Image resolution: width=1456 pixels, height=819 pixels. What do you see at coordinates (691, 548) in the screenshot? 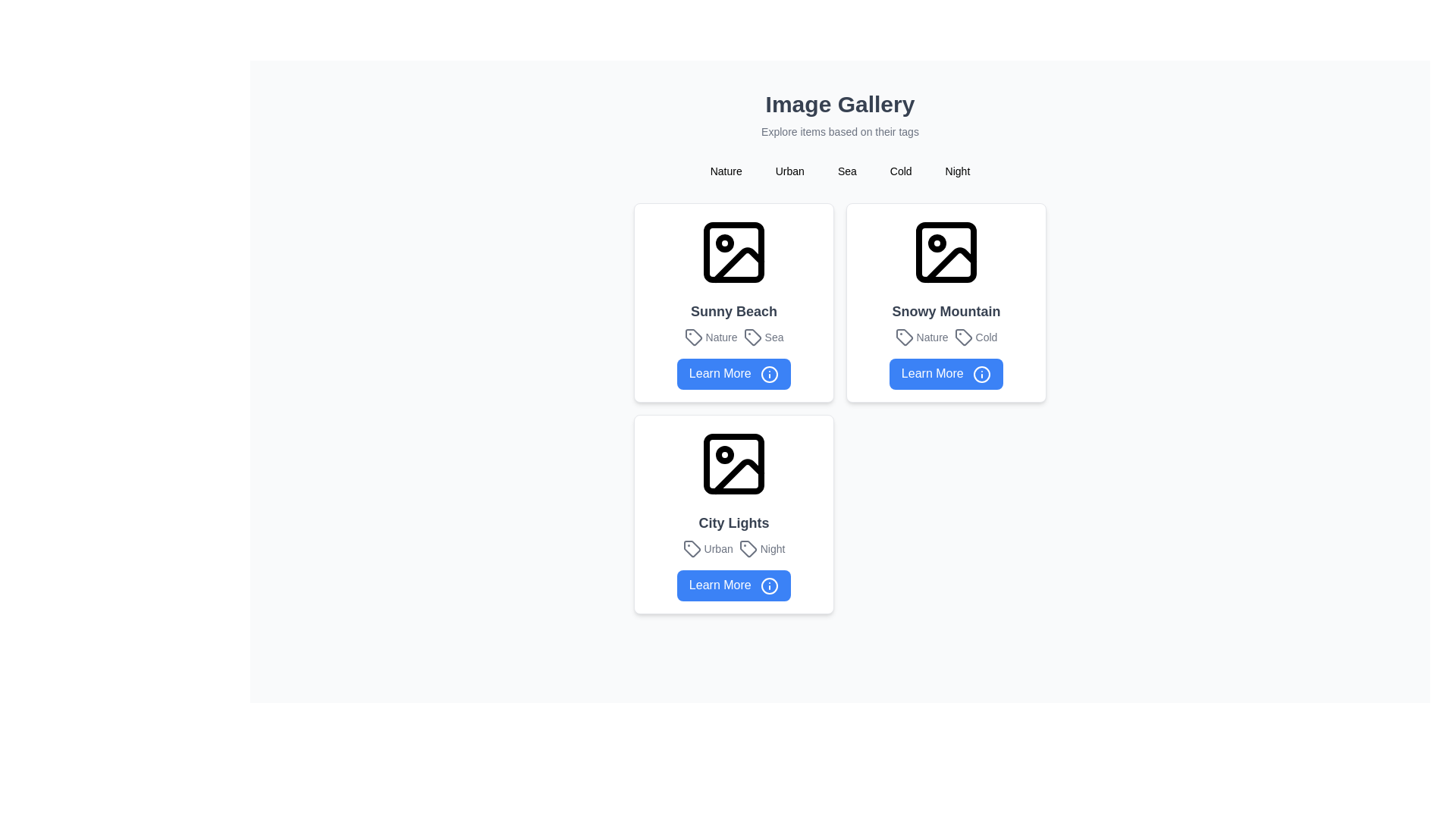
I see `the label-shaped icon located within the 'City Lights' card, positioned just below the title and above the tag labels, to use it as a visual clue` at bounding box center [691, 548].